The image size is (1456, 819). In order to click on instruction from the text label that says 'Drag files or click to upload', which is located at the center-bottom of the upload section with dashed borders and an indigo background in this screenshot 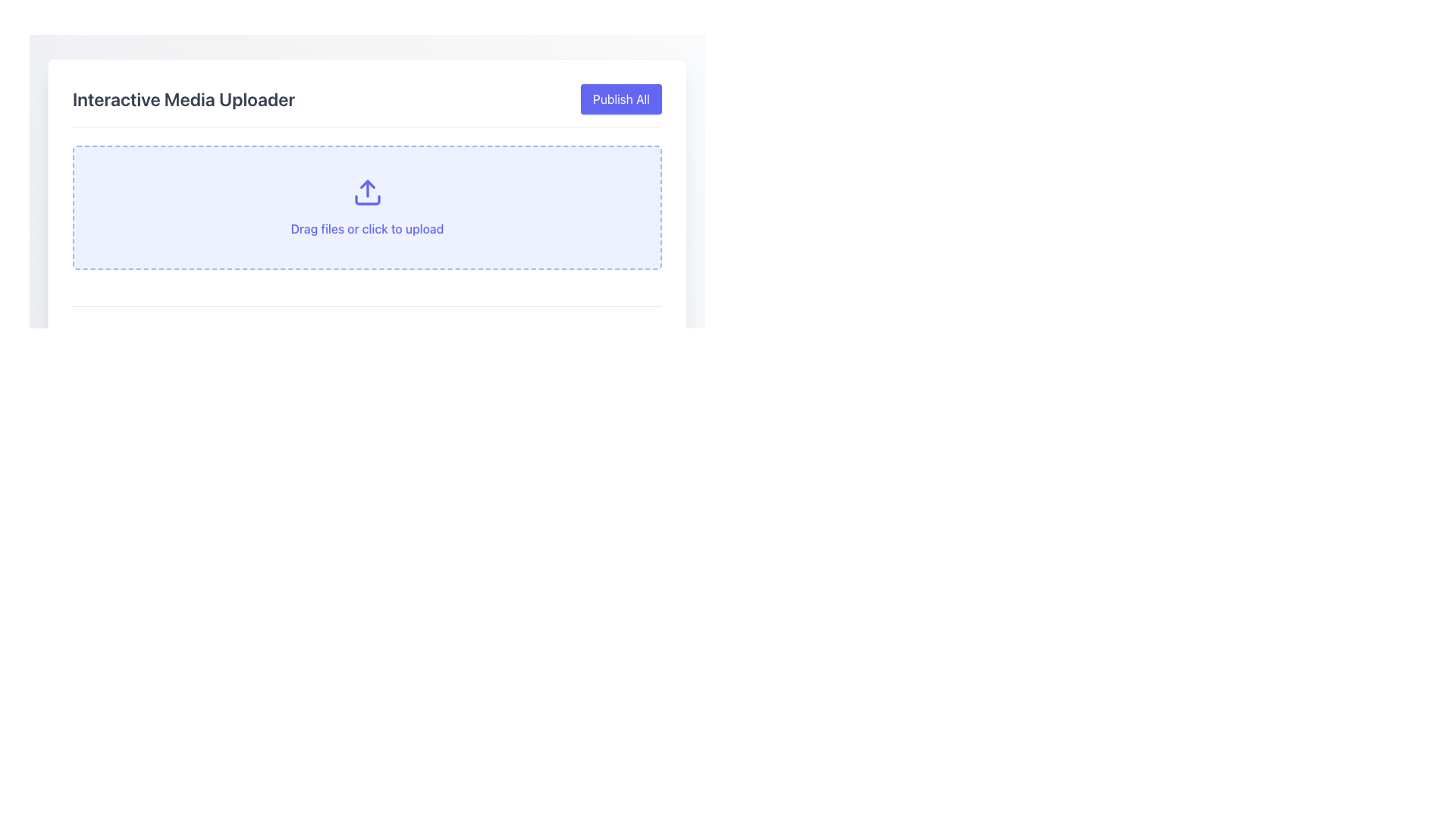, I will do `click(367, 228)`.